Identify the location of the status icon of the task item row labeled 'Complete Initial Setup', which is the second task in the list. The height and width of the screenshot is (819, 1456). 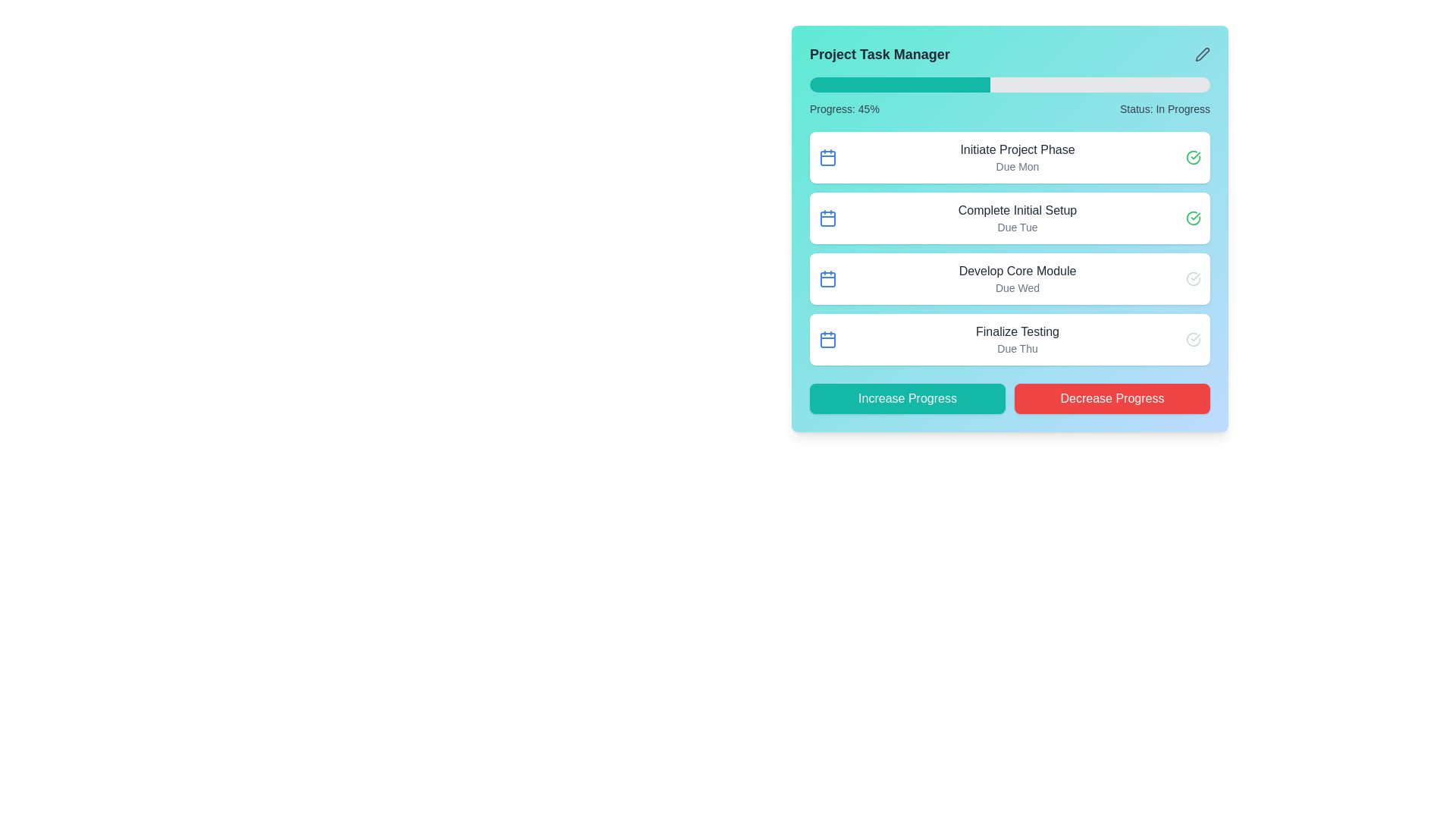
(1009, 218).